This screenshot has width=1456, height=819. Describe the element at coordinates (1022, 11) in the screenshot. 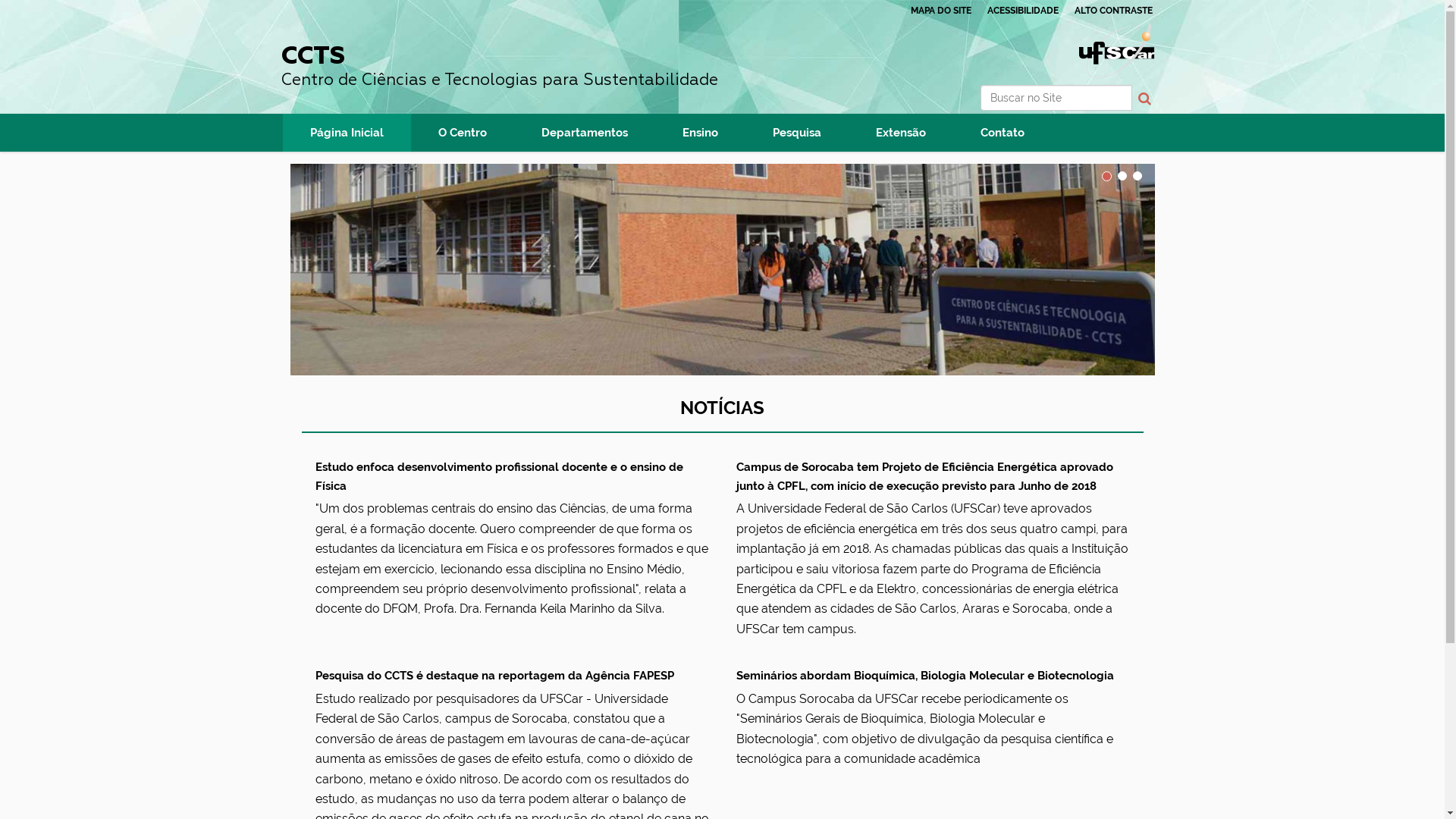

I see `'ACESSIBILIDADE'` at that location.